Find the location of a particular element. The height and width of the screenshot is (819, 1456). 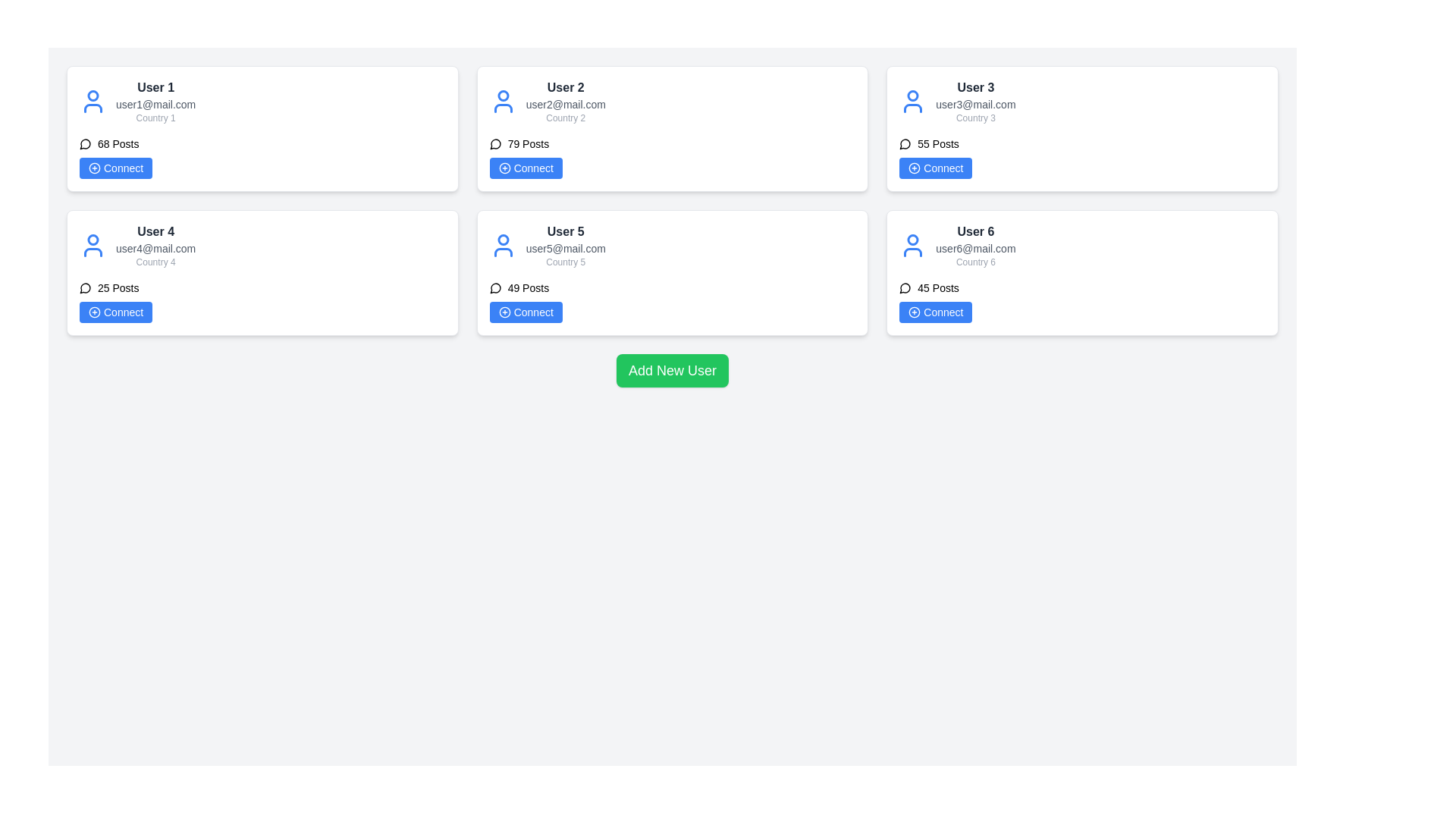

the 'User 4' Profile Card located is located at coordinates (262, 271).